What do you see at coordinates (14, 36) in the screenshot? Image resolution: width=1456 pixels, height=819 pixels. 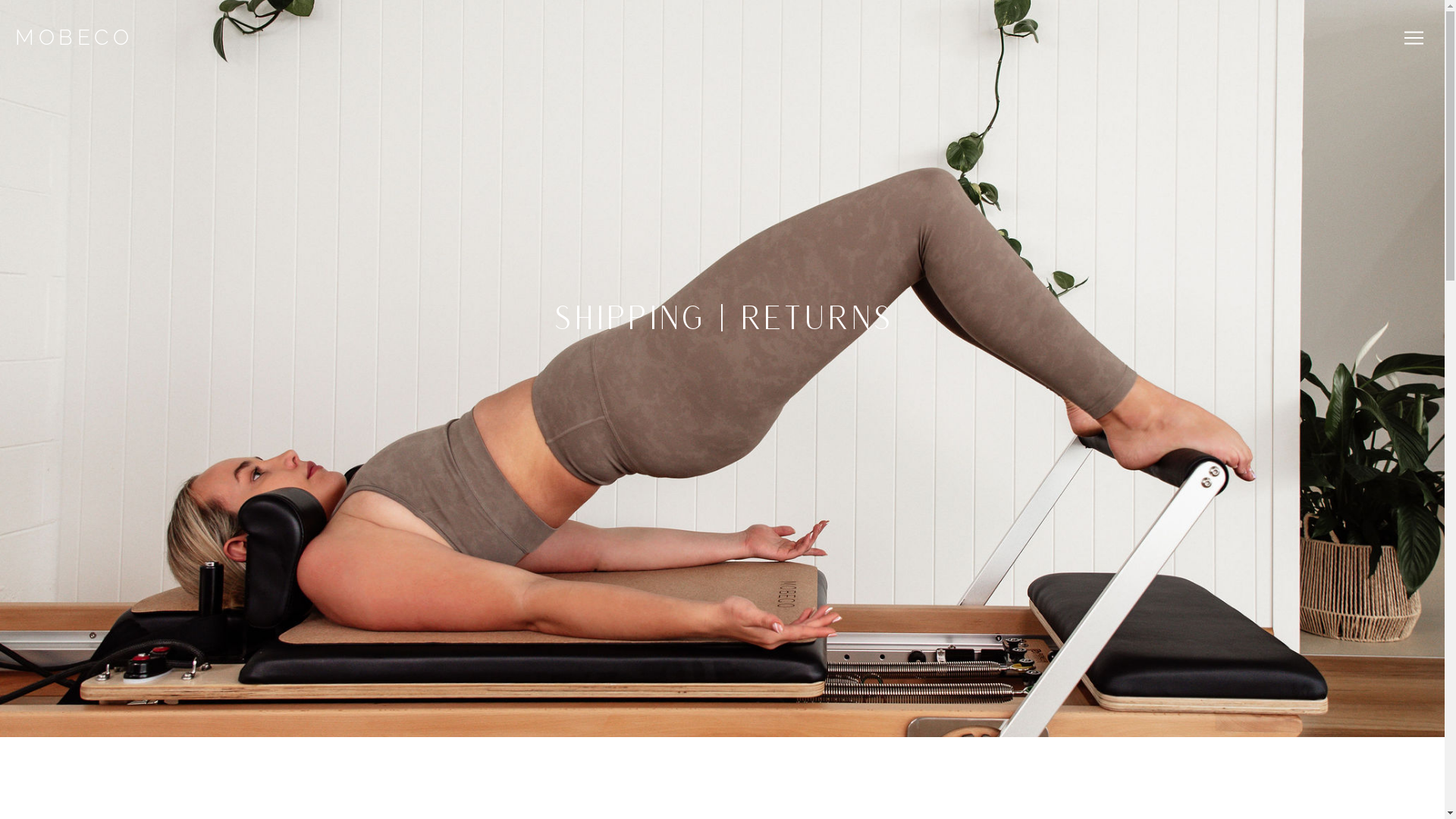 I see `'MOBECO'` at bounding box center [14, 36].